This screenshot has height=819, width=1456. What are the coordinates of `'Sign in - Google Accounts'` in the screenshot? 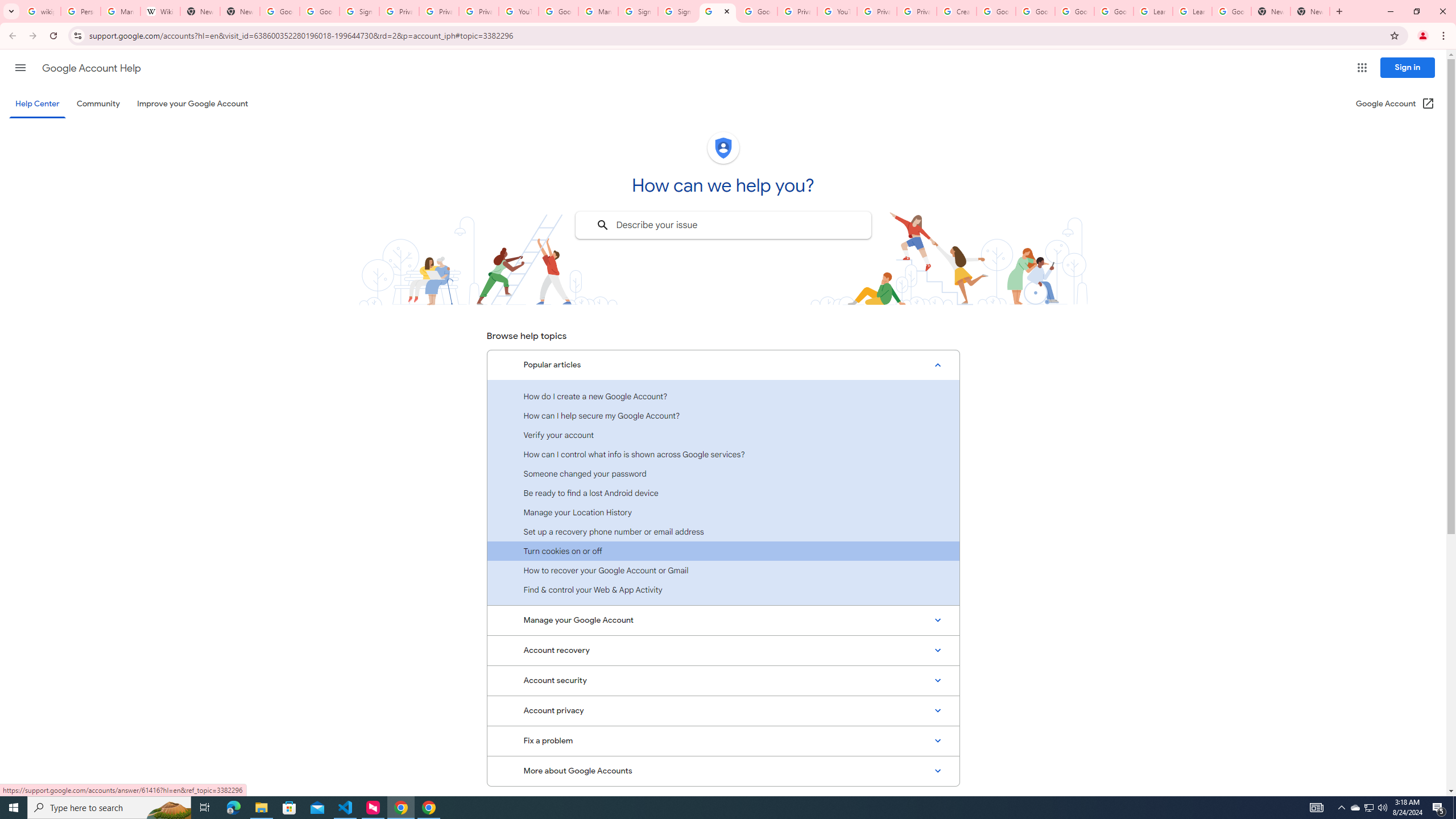 It's located at (677, 11).